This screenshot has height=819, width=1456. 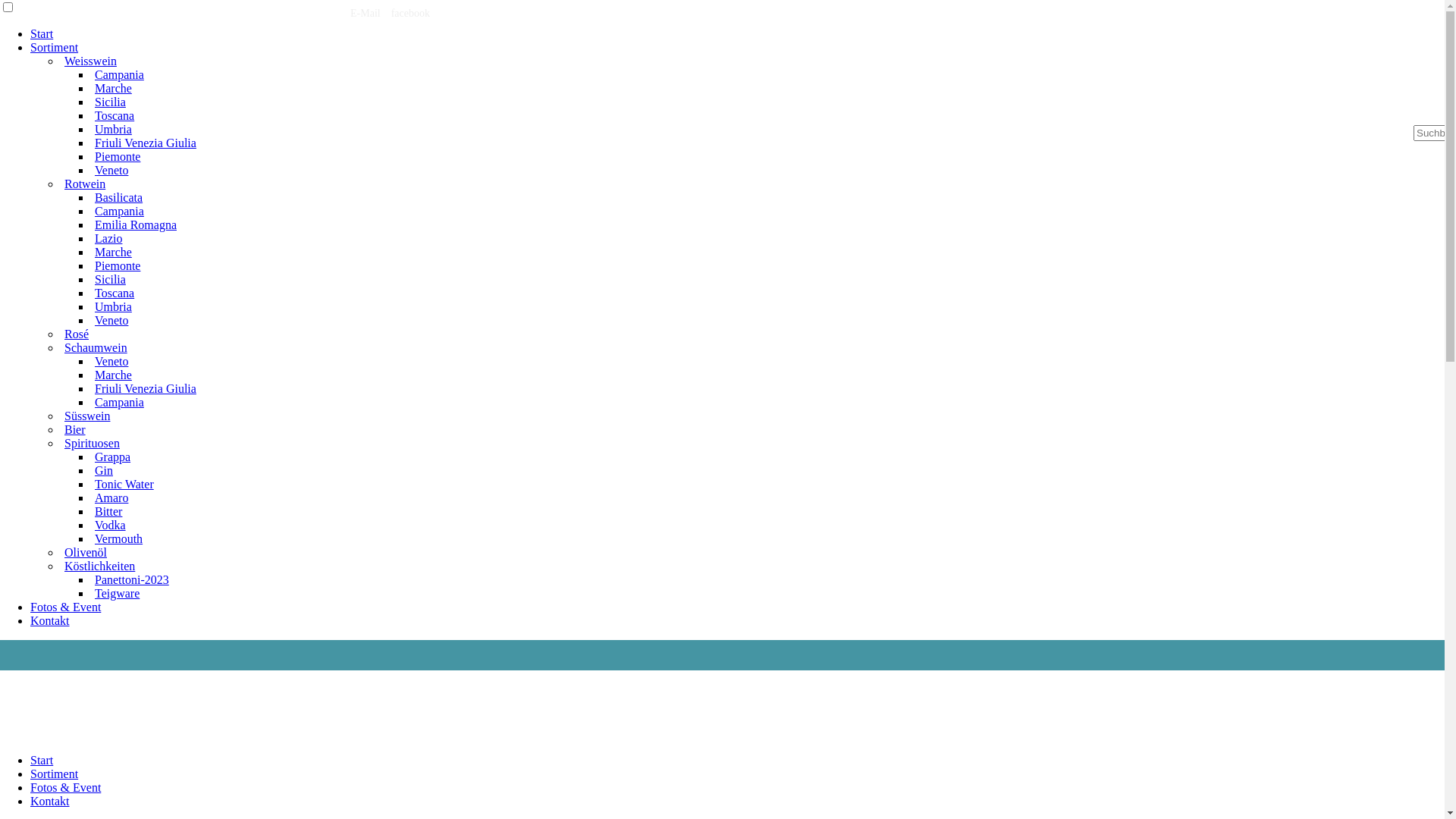 I want to click on 'facebook', so click(x=391, y=13).